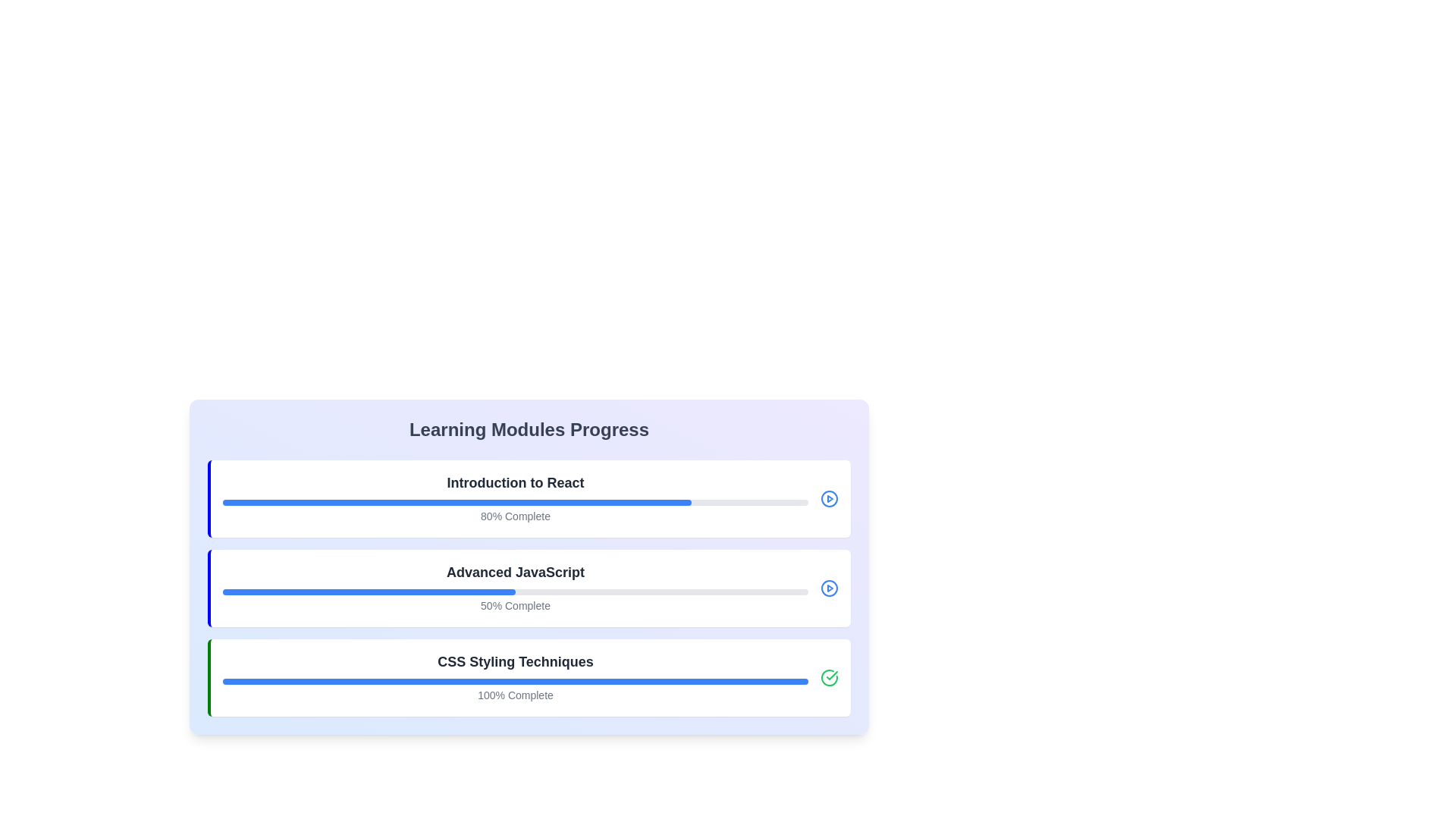 Image resolution: width=1456 pixels, height=819 pixels. Describe the element at coordinates (829, 587) in the screenshot. I see `the SVG circle element that represents the play button in the second progress bar of the 'Learning Modules Progress' section for 'Advanced JavaScript'` at that location.